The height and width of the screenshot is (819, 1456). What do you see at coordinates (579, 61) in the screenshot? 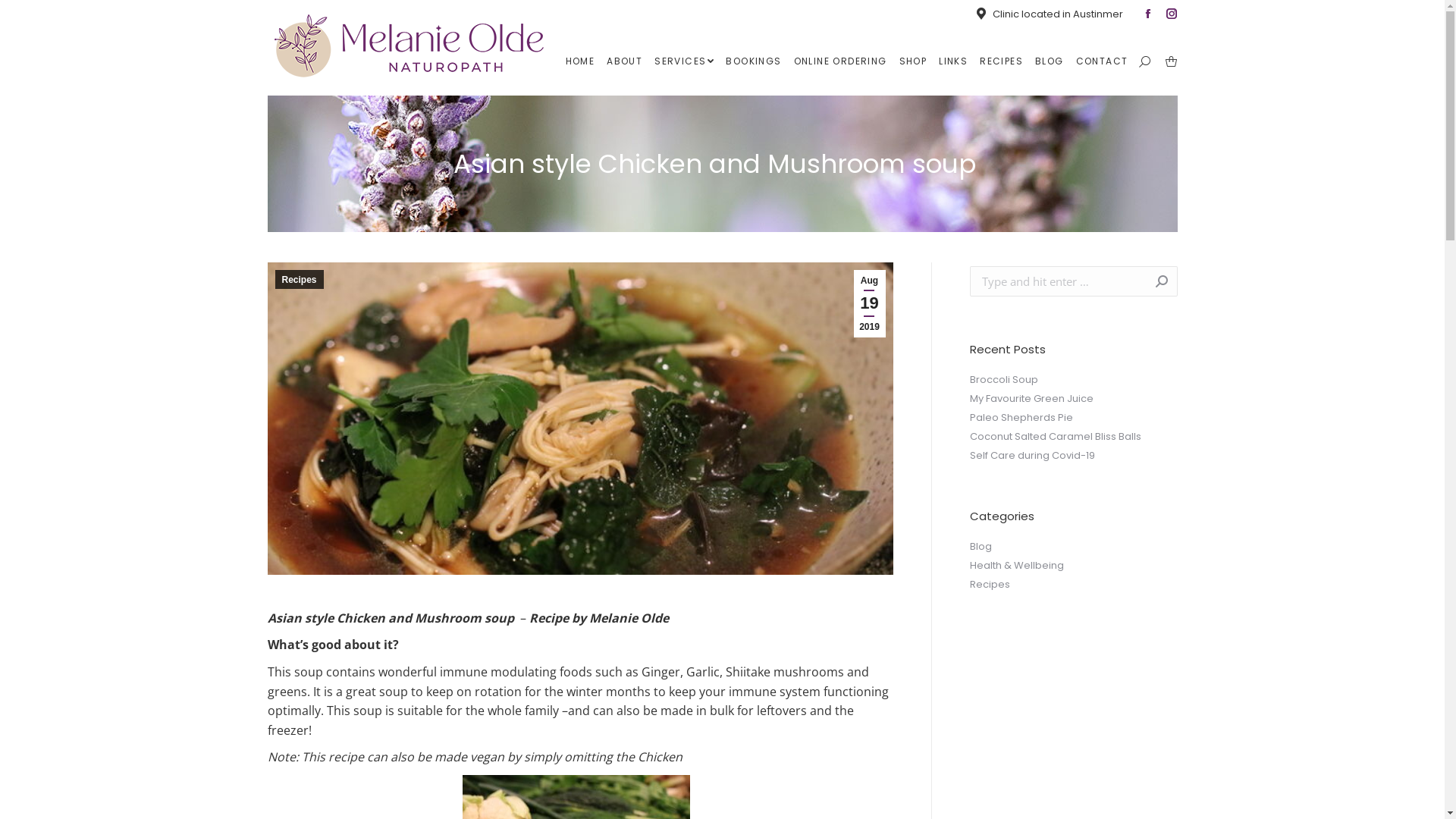
I see `'HOME'` at bounding box center [579, 61].